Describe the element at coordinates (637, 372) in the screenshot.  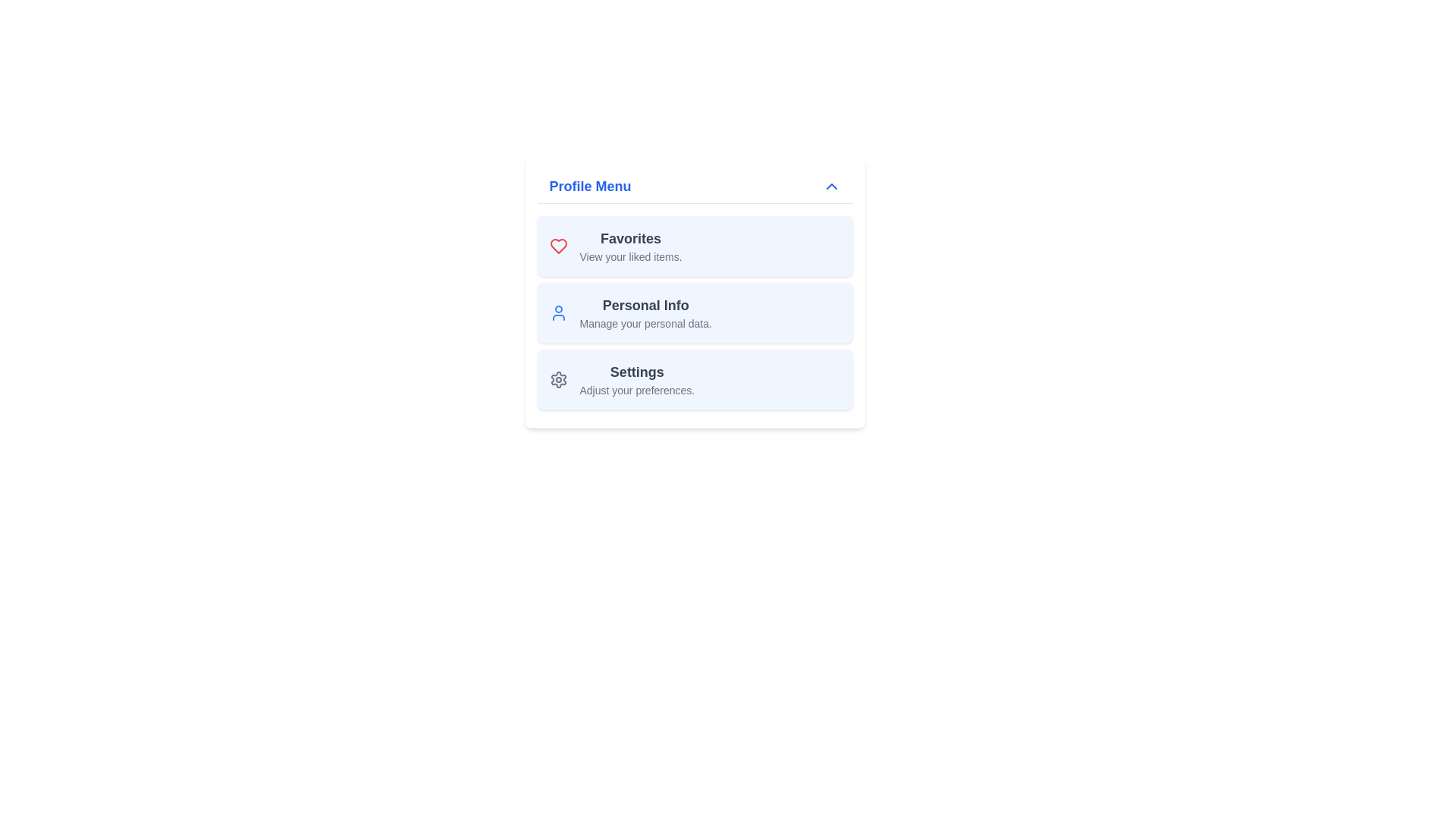
I see `the 'Settings' text label in the profile menu card, which is bold and gray, located between 'Personal Info' and 'Adjust your preferences.'` at that location.